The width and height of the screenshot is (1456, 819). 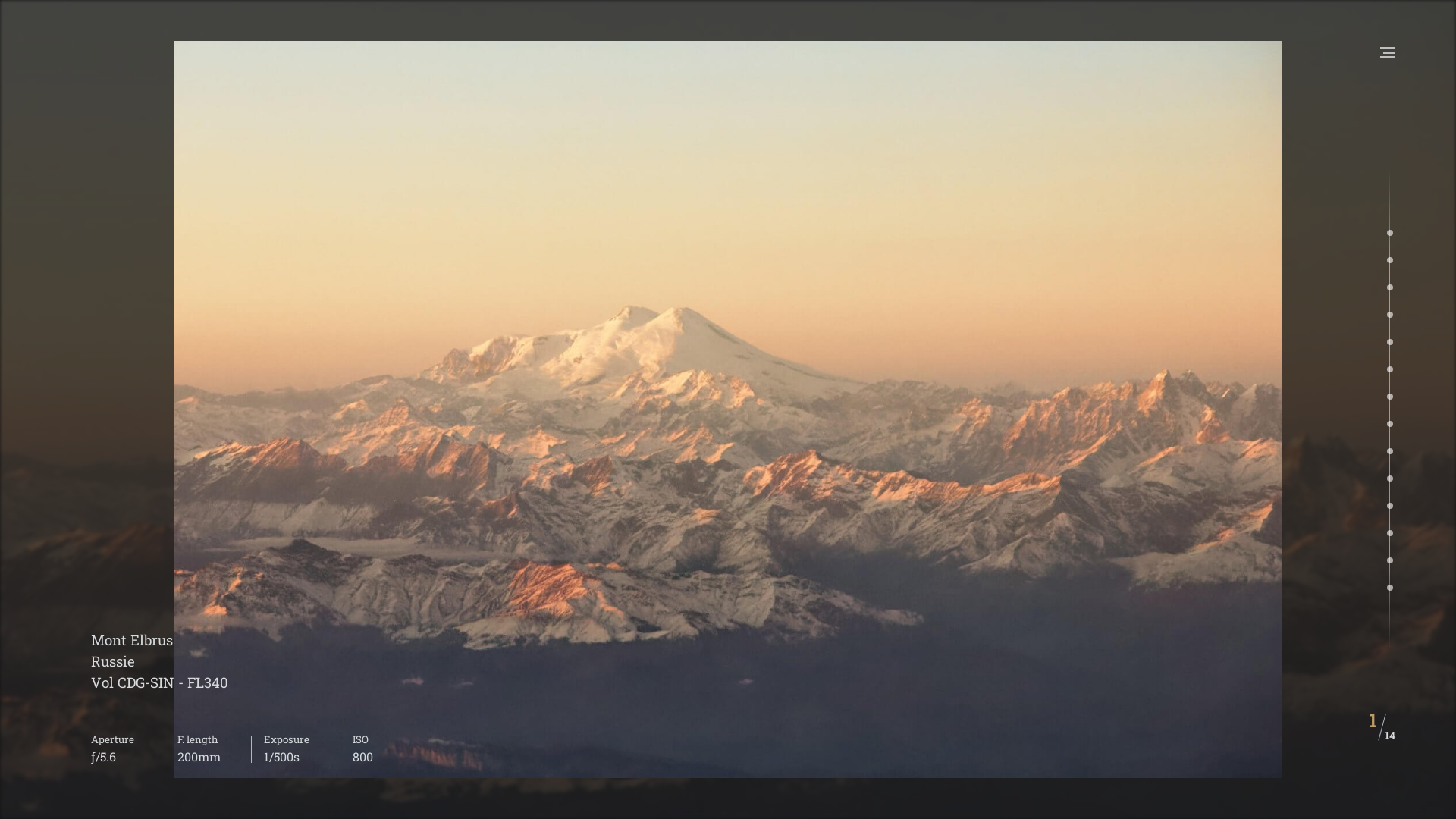 I want to click on '1', so click(x=1372, y=719).